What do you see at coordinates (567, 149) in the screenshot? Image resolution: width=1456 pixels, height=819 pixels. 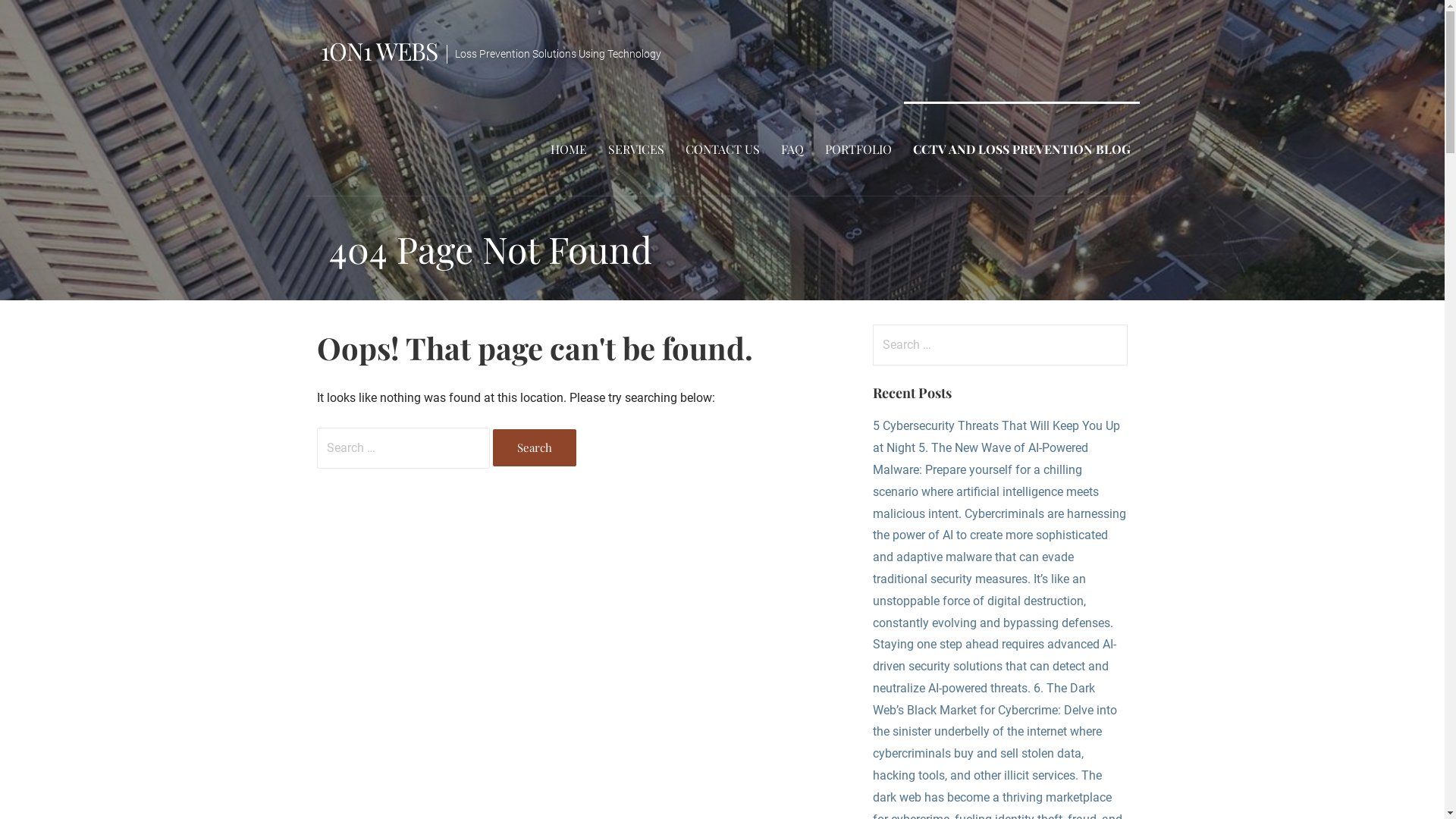 I see `'HOME'` at bounding box center [567, 149].